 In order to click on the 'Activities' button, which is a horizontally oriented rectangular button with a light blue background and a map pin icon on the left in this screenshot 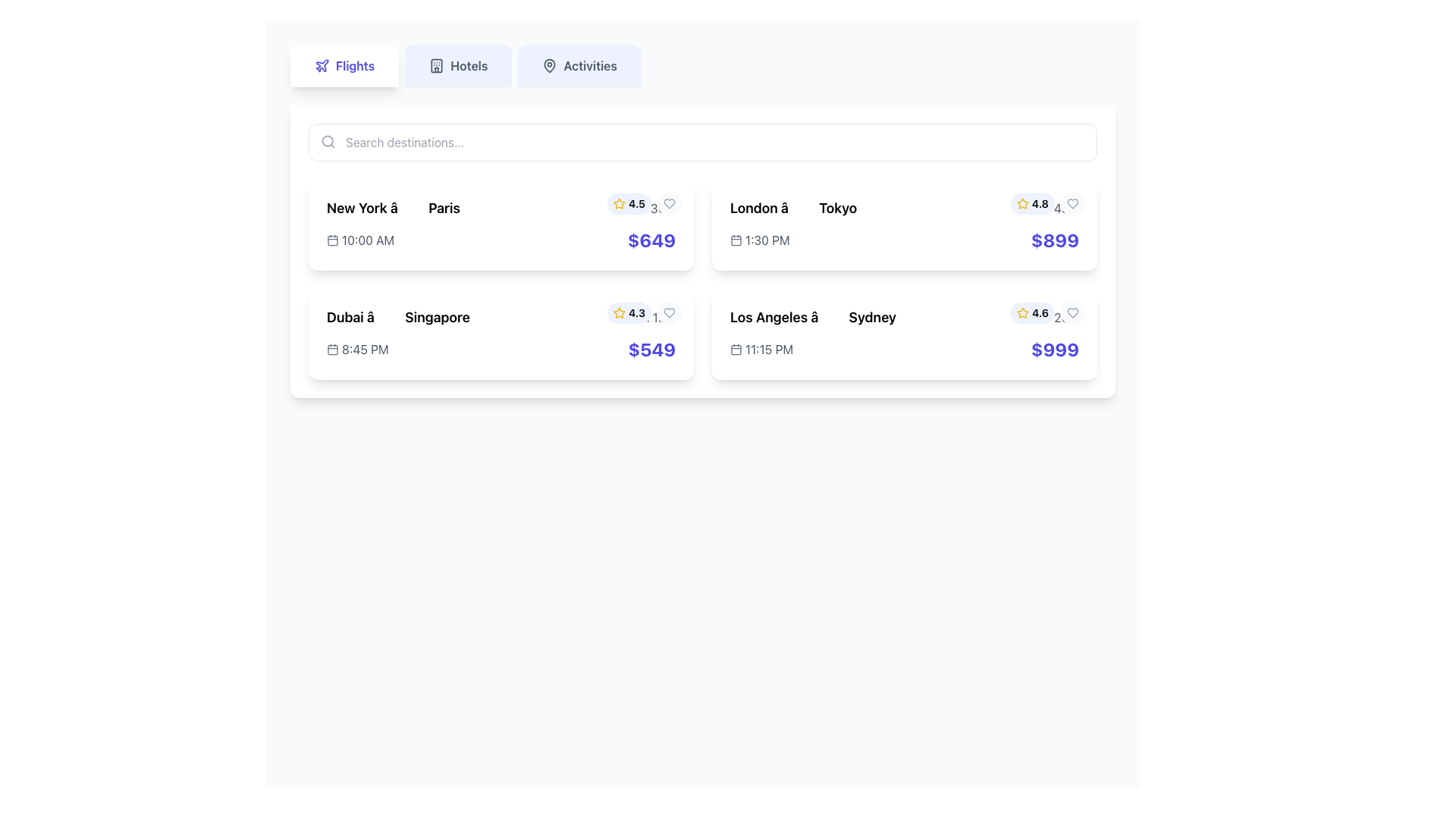, I will do `click(579, 65)`.